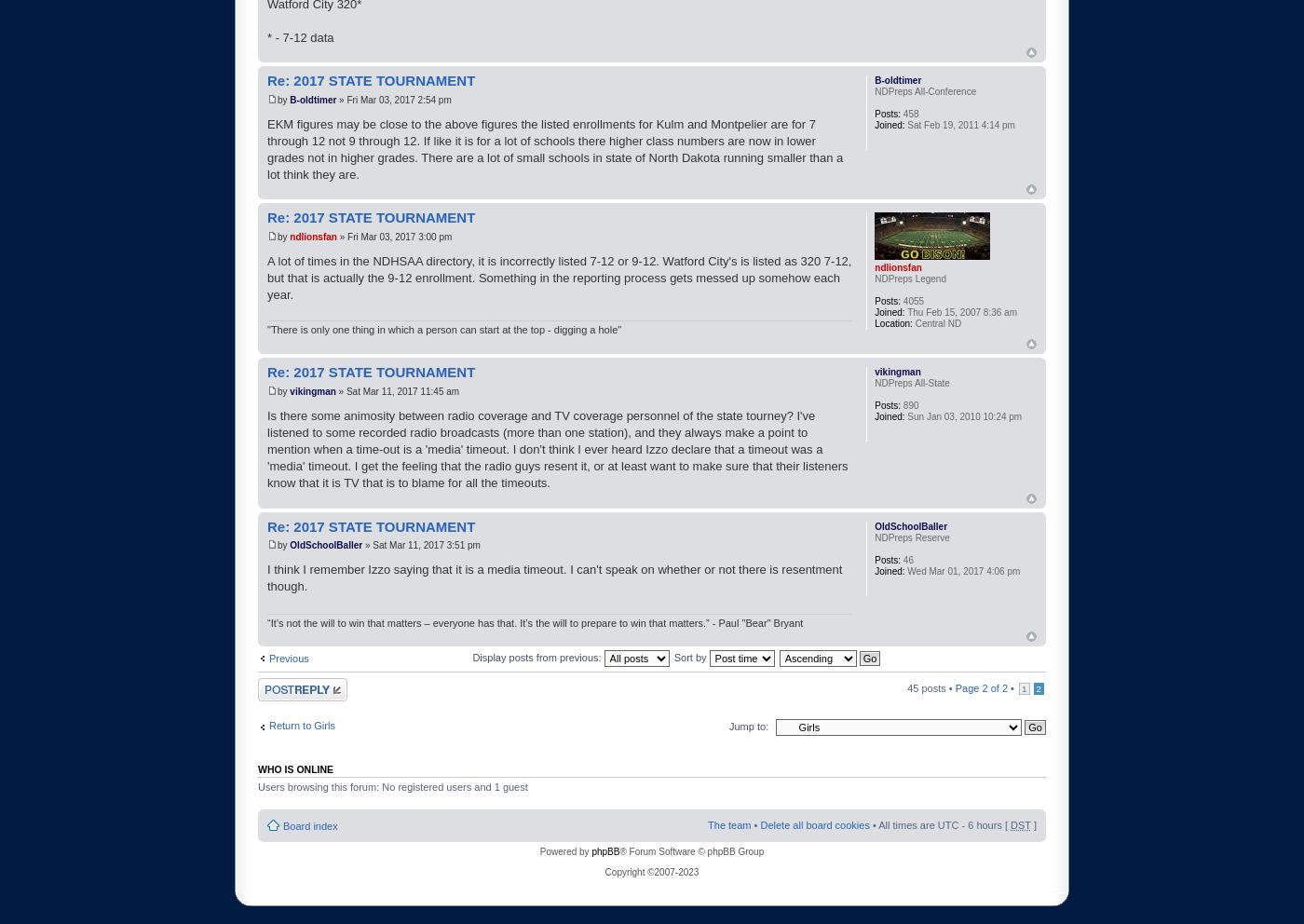 This screenshot has width=1304, height=924. Describe the element at coordinates (393, 98) in the screenshot. I see `'» Fri Mar 03, 2017 2:54 pm'` at that location.